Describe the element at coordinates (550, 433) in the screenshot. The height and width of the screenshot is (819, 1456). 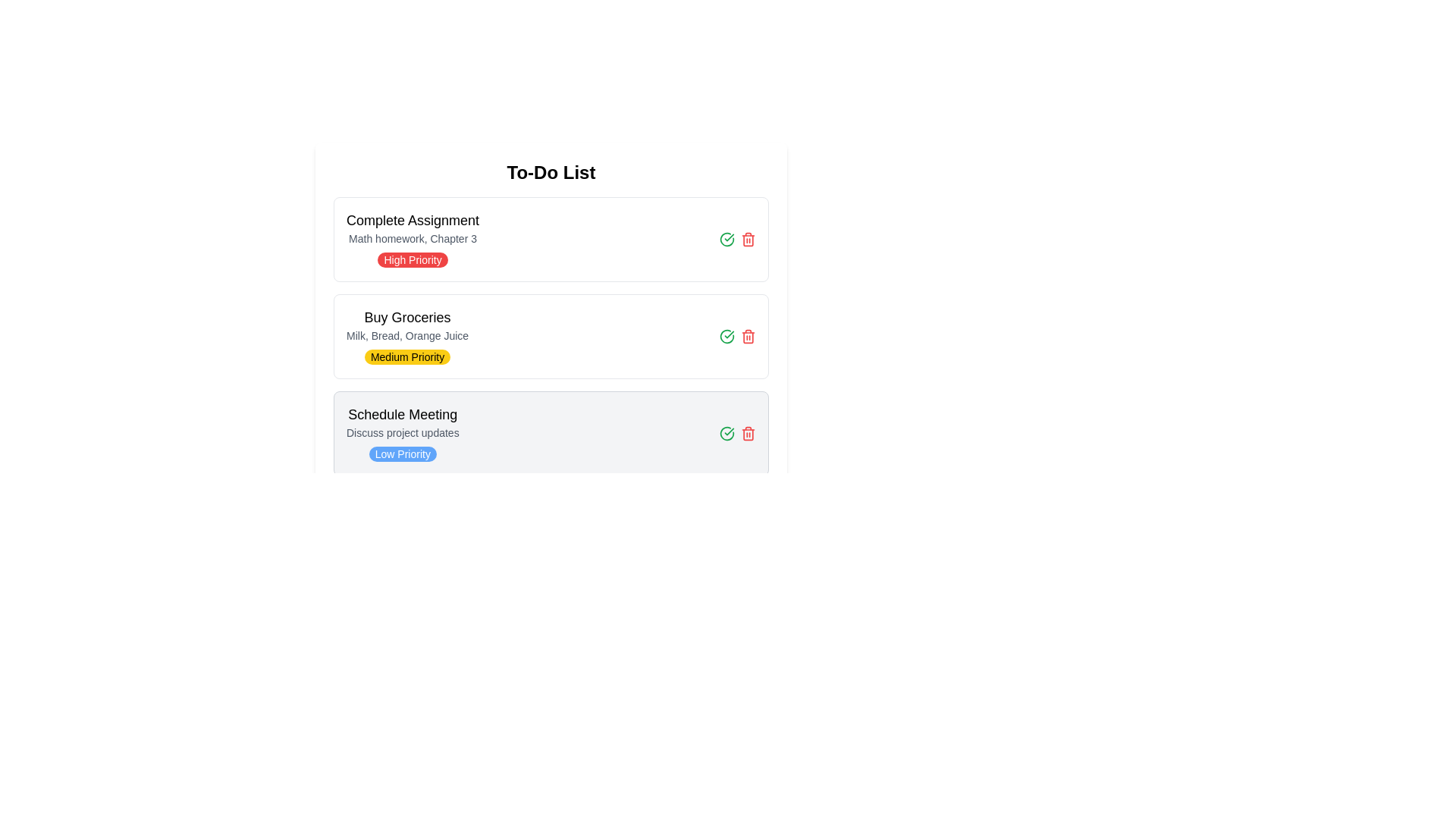
I see `the task item labeled 'Schedule Meeting'` at that location.